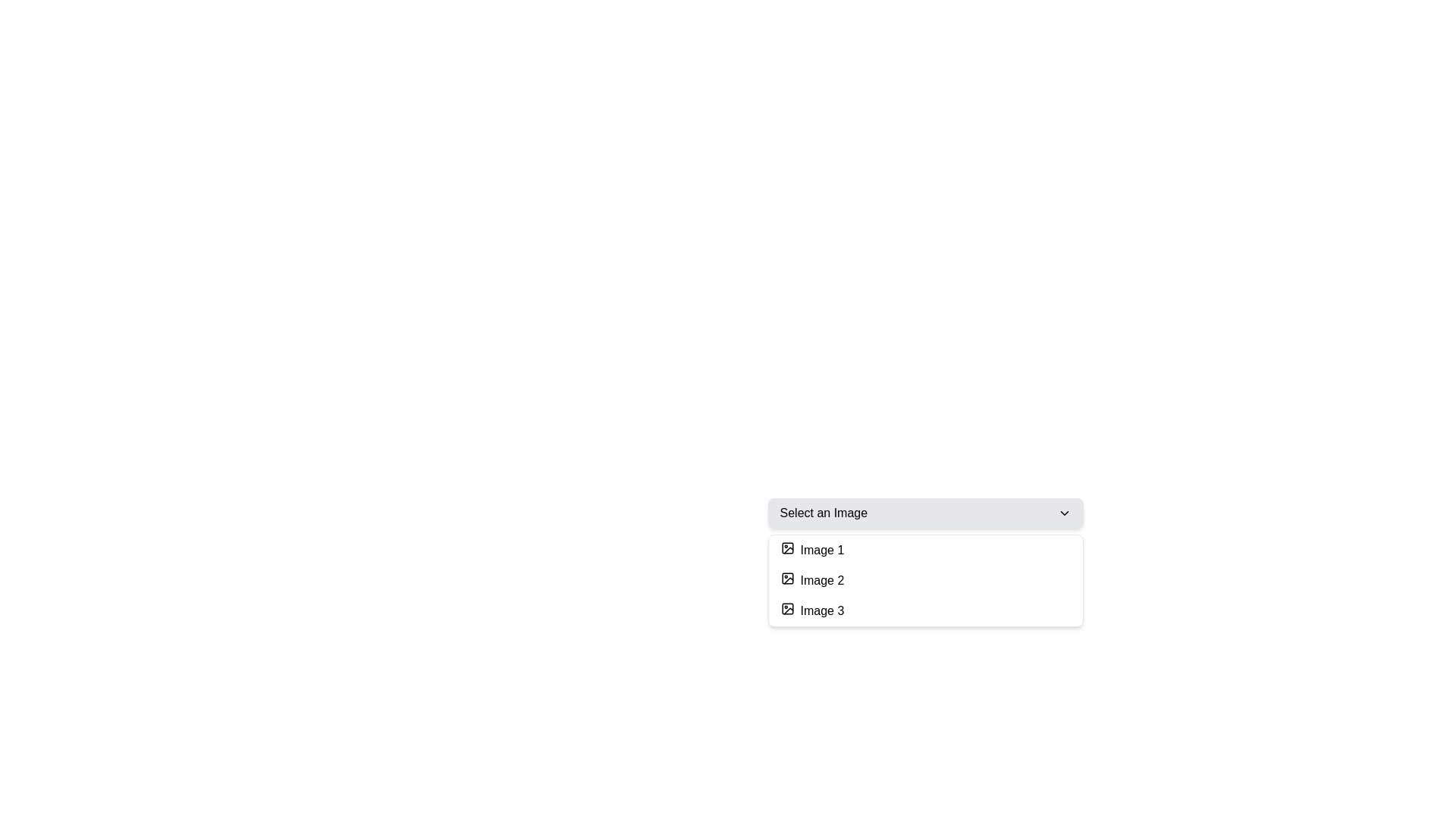 The width and height of the screenshot is (1456, 819). Describe the element at coordinates (787, 579) in the screenshot. I see `the image placeholder icon located to the left of the 'Image 2' text entry in the dropdown menu` at that location.